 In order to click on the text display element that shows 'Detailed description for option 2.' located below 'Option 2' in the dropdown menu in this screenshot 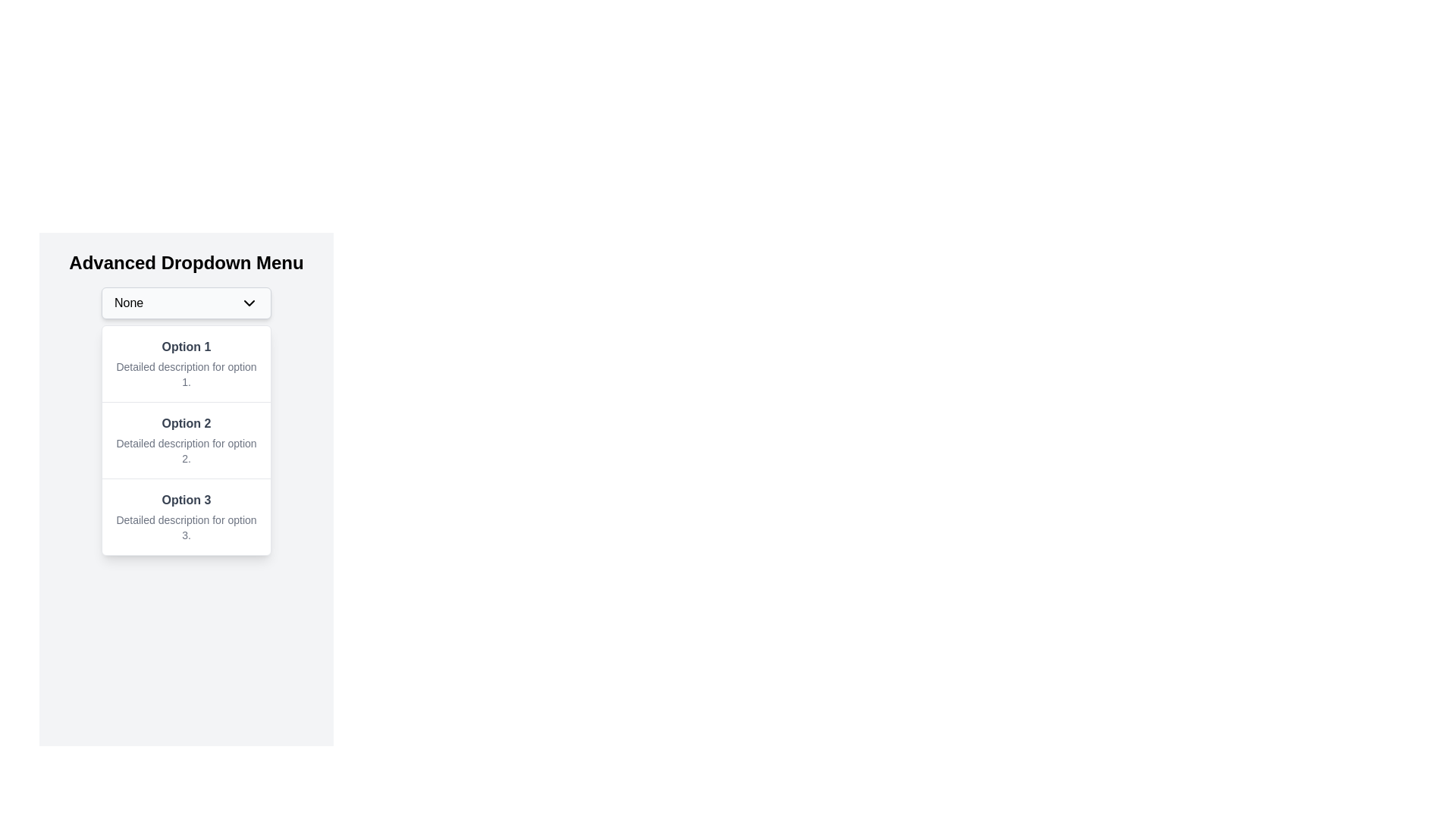, I will do `click(185, 450)`.